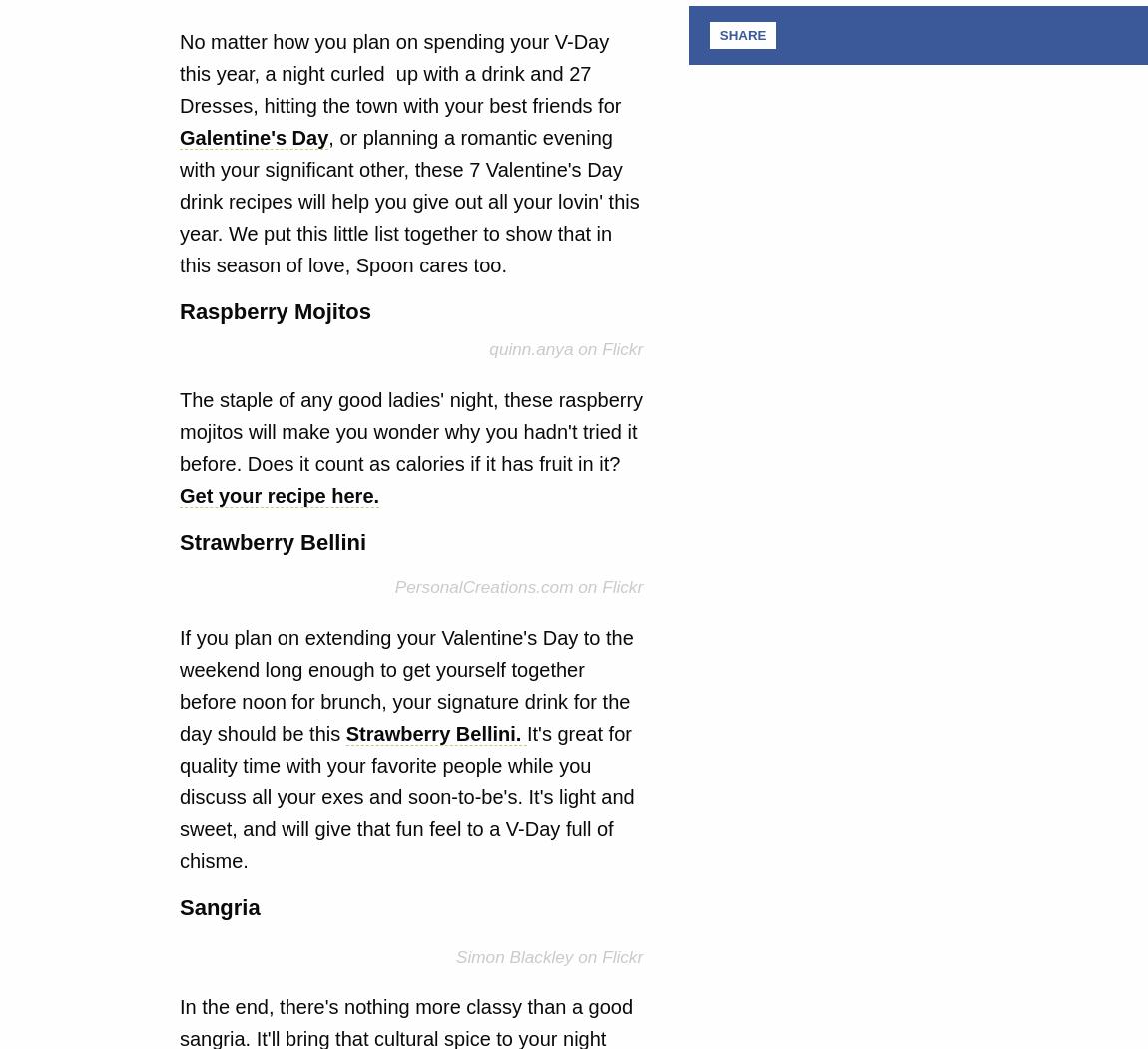 The image size is (1148, 1049). What do you see at coordinates (178, 684) in the screenshot?
I see `'If you plan on extending your Valentine's Day to the weekend long enough to get yourself together before noon for brunch, your signature drink for the day should be this'` at bounding box center [178, 684].